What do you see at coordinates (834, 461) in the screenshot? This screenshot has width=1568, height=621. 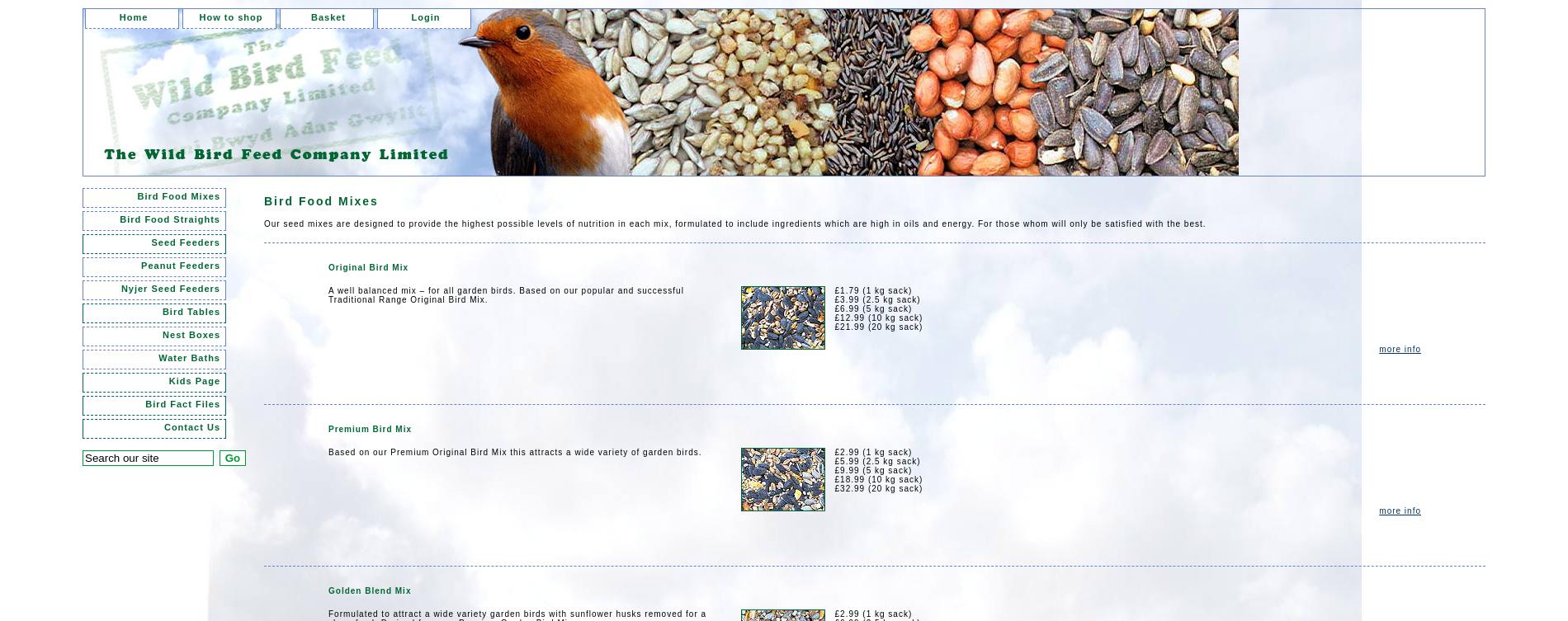 I see `'£5.99 (2.5 kg sack)'` at bounding box center [834, 461].